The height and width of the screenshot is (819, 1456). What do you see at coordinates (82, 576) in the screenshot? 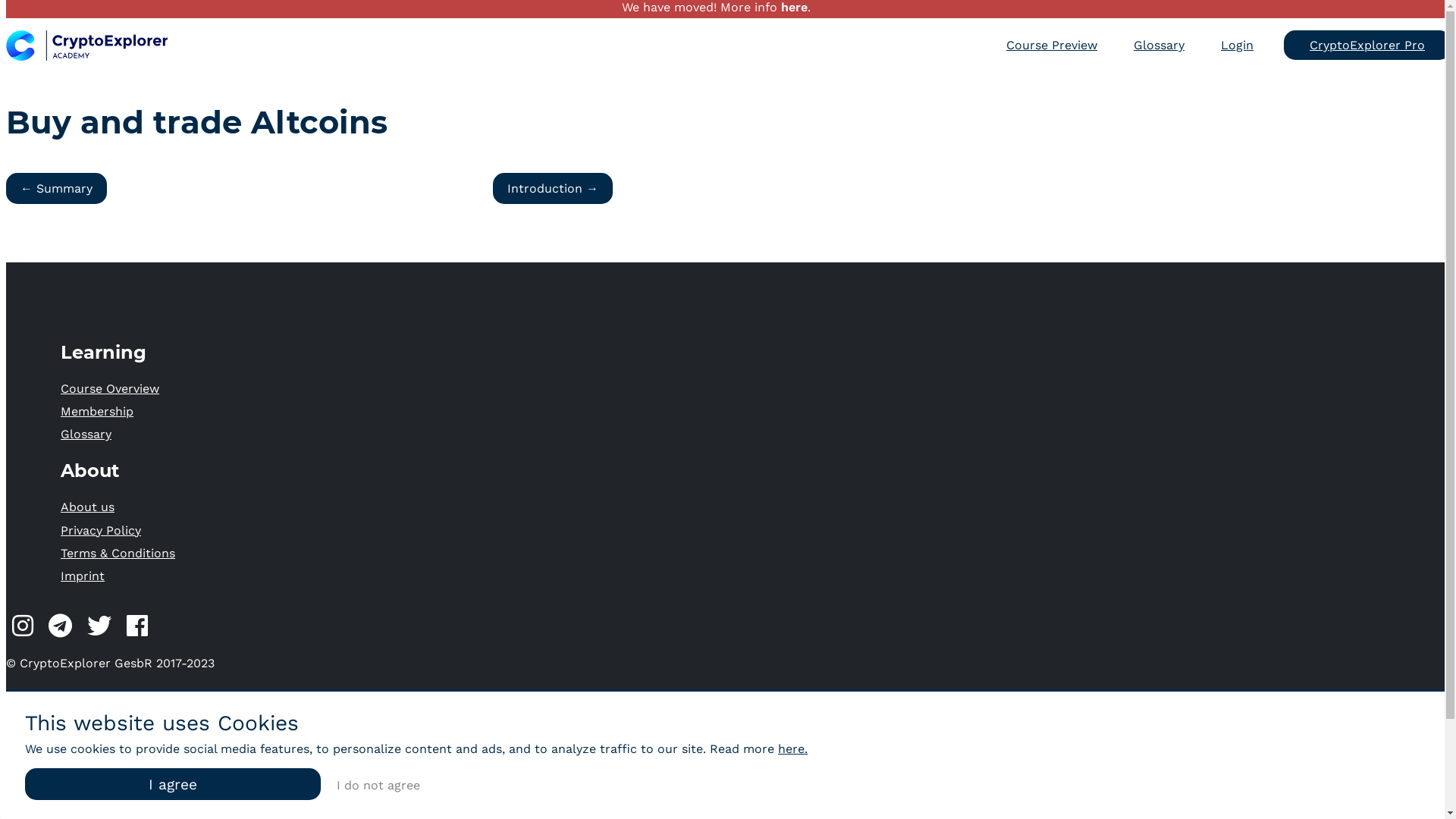
I see `'Imprint'` at bounding box center [82, 576].